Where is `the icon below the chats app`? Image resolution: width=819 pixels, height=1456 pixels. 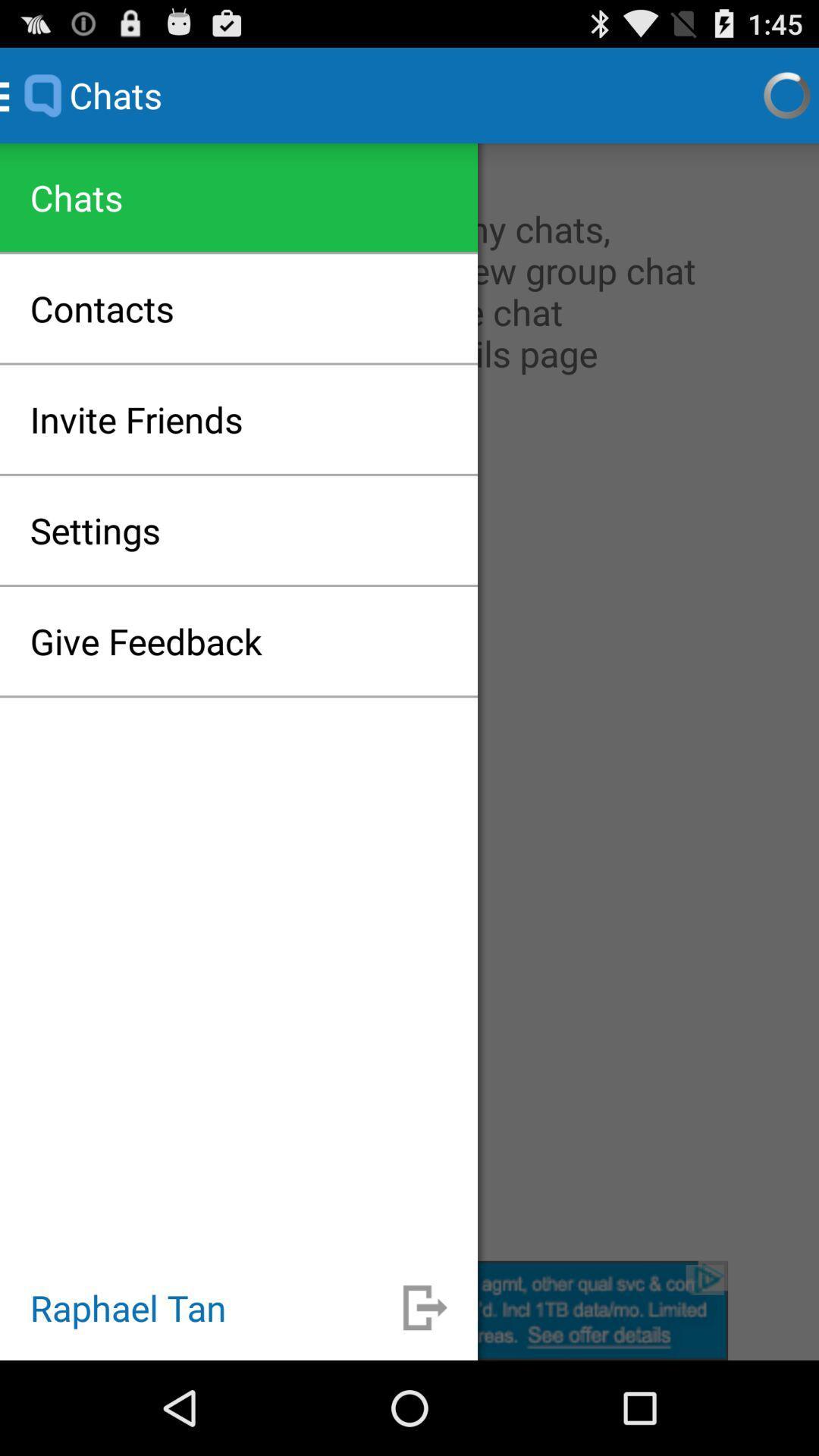
the icon below the chats app is located at coordinates (409, 701).